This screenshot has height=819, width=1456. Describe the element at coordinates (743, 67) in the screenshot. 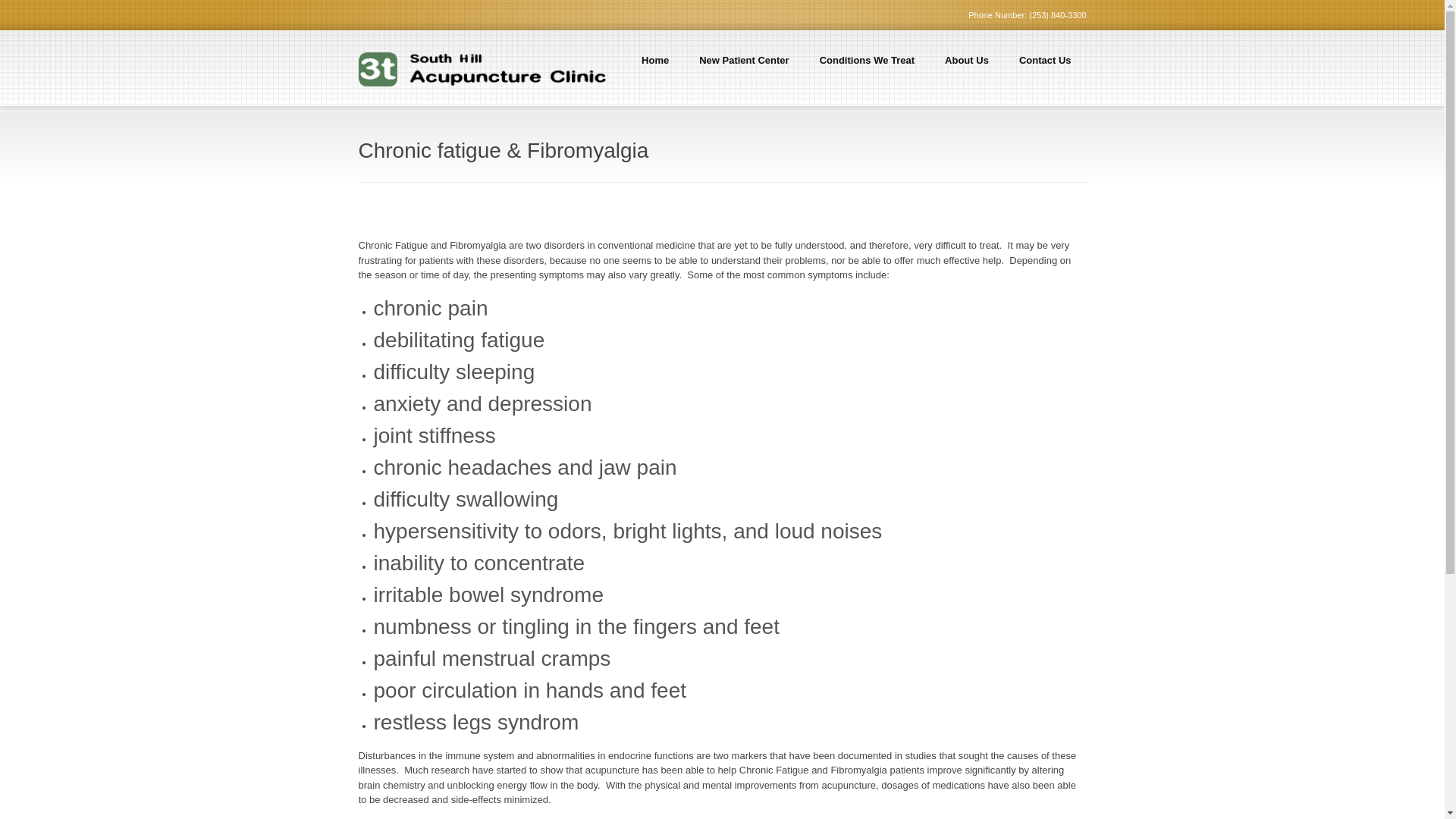

I see `'New Patient Center'` at that location.